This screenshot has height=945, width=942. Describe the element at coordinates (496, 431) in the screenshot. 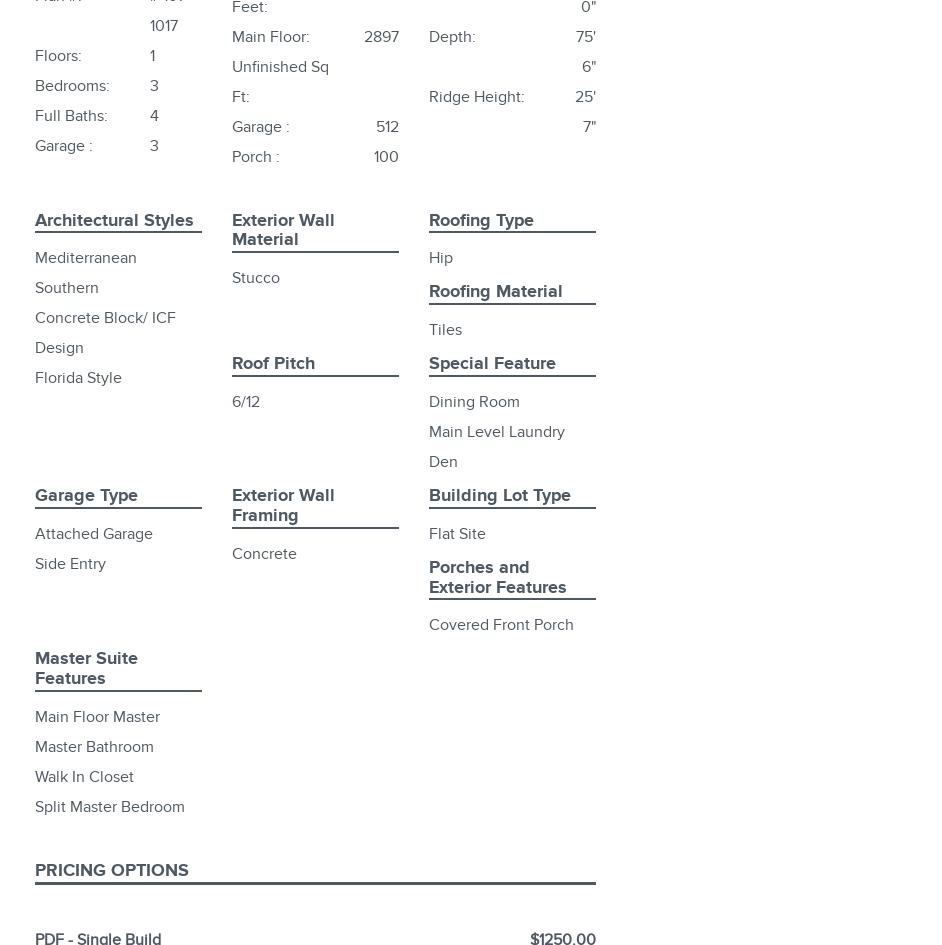

I see `'Main Level Laundry'` at that location.